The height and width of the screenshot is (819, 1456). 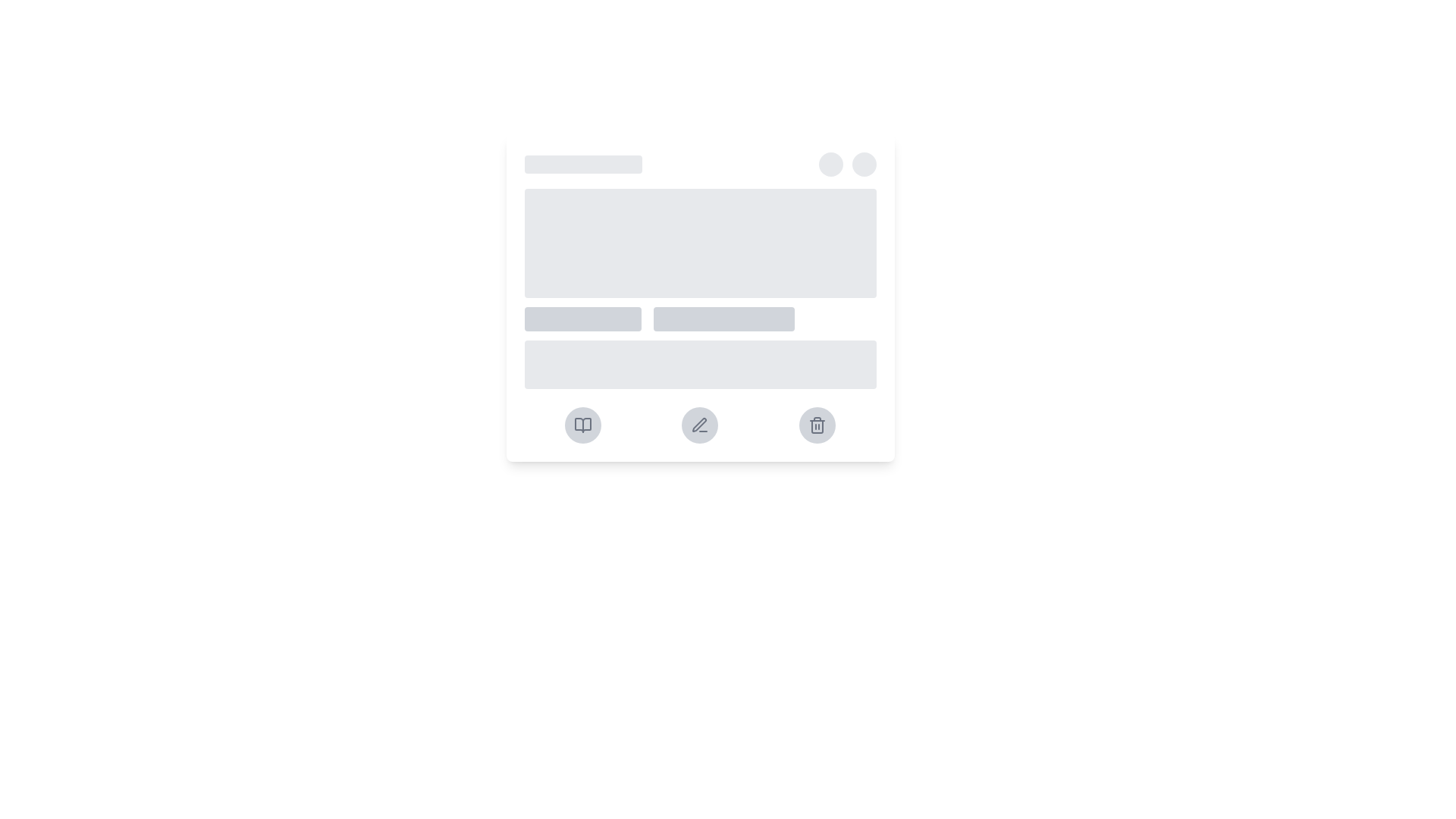 What do you see at coordinates (817, 425) in the screenshot?
I see `the SVG trashcan icon, which is the rightmost icon in a circular gray button located at the bottom-right corner of the interface` at bounding box center [817, 425].